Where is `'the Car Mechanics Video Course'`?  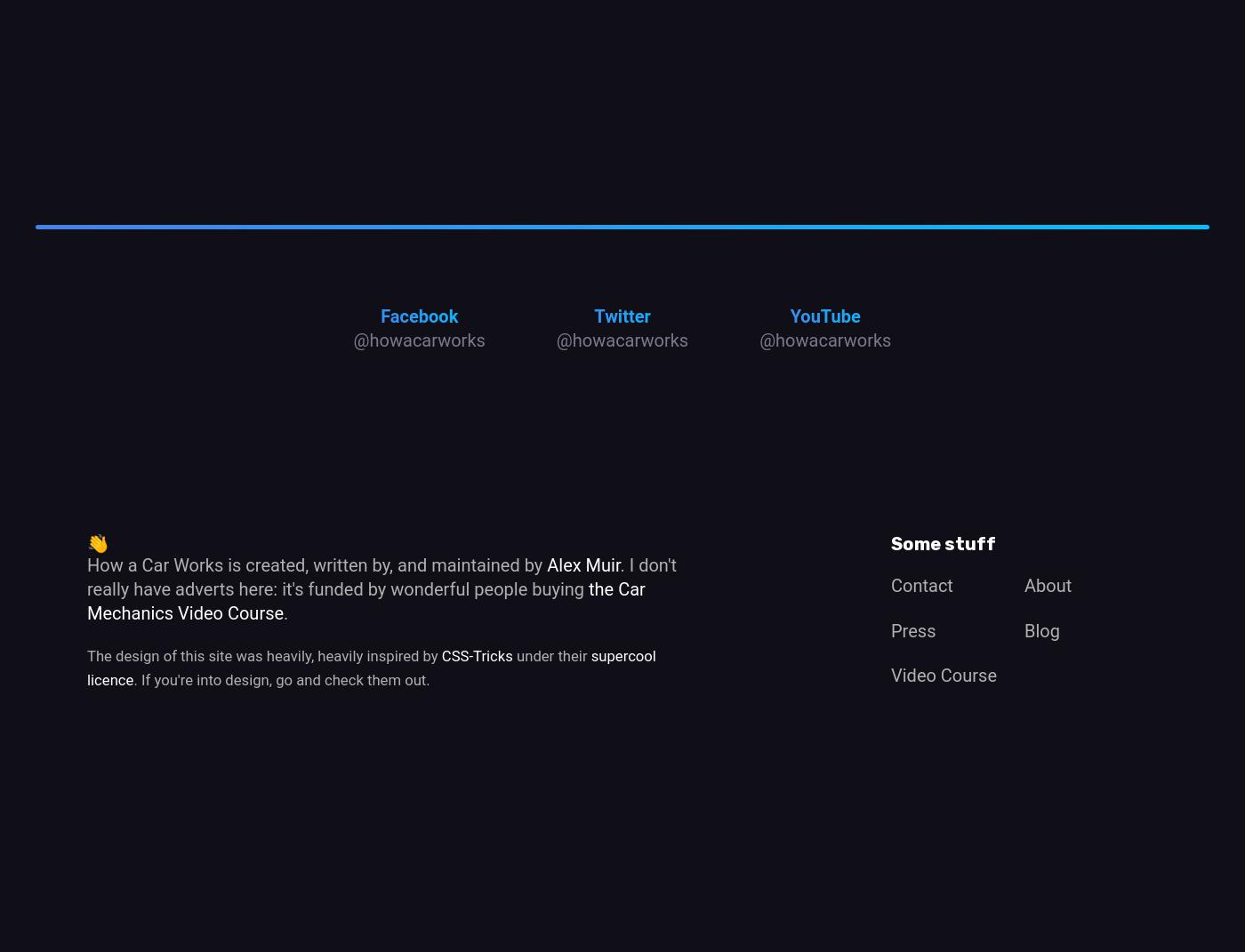
'the Car Mechanics Video Course' is located at coordinates (365, 599).